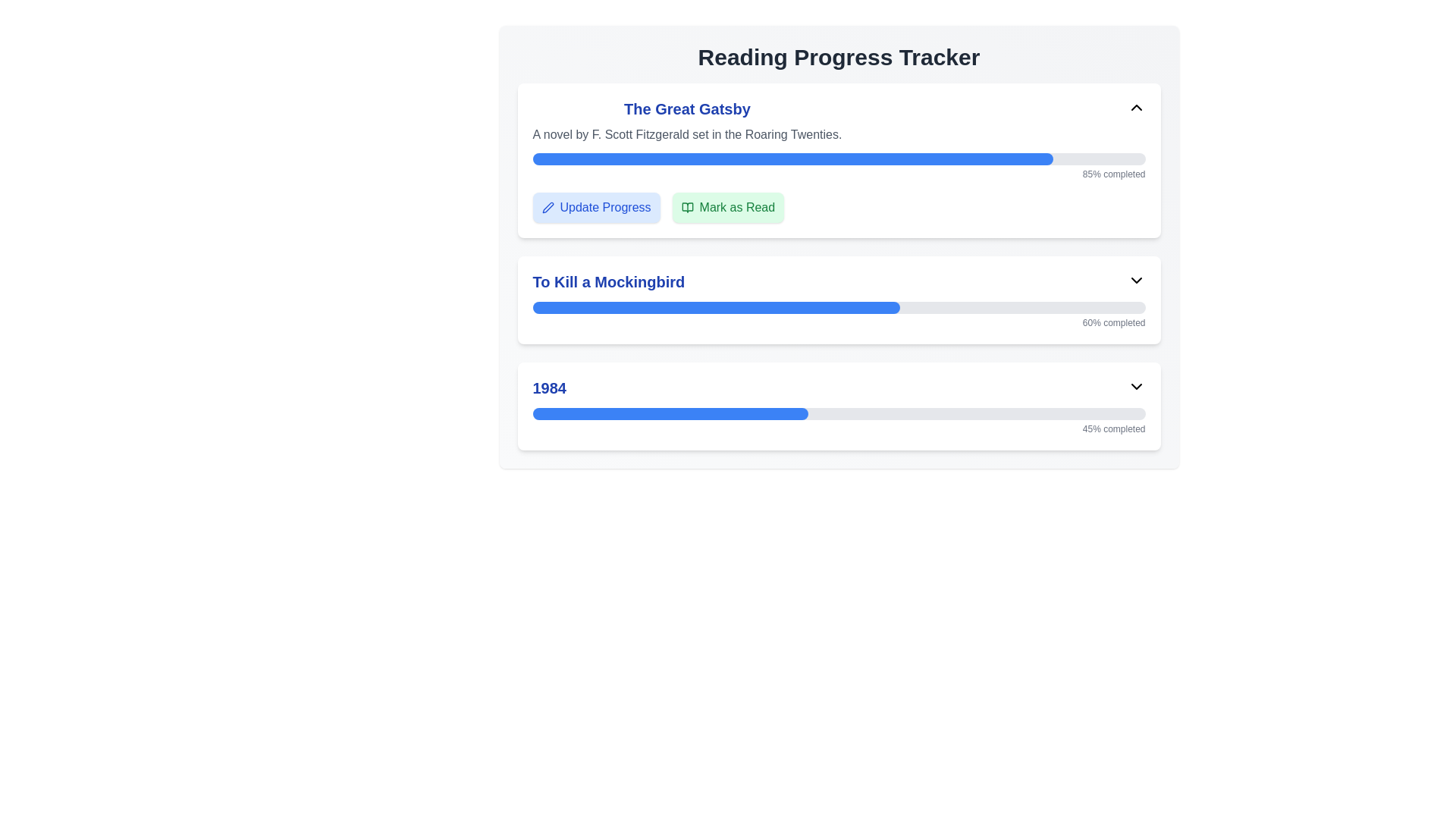 This screenshot has height=819, width=1456. I want to click on the progress bar representing the reading completion of 'To Kill a Mockingbird', located in the 'Reading Progress Tracker' interface, centered below the section title and above the text indicating '60% completed', so click(838, 307).